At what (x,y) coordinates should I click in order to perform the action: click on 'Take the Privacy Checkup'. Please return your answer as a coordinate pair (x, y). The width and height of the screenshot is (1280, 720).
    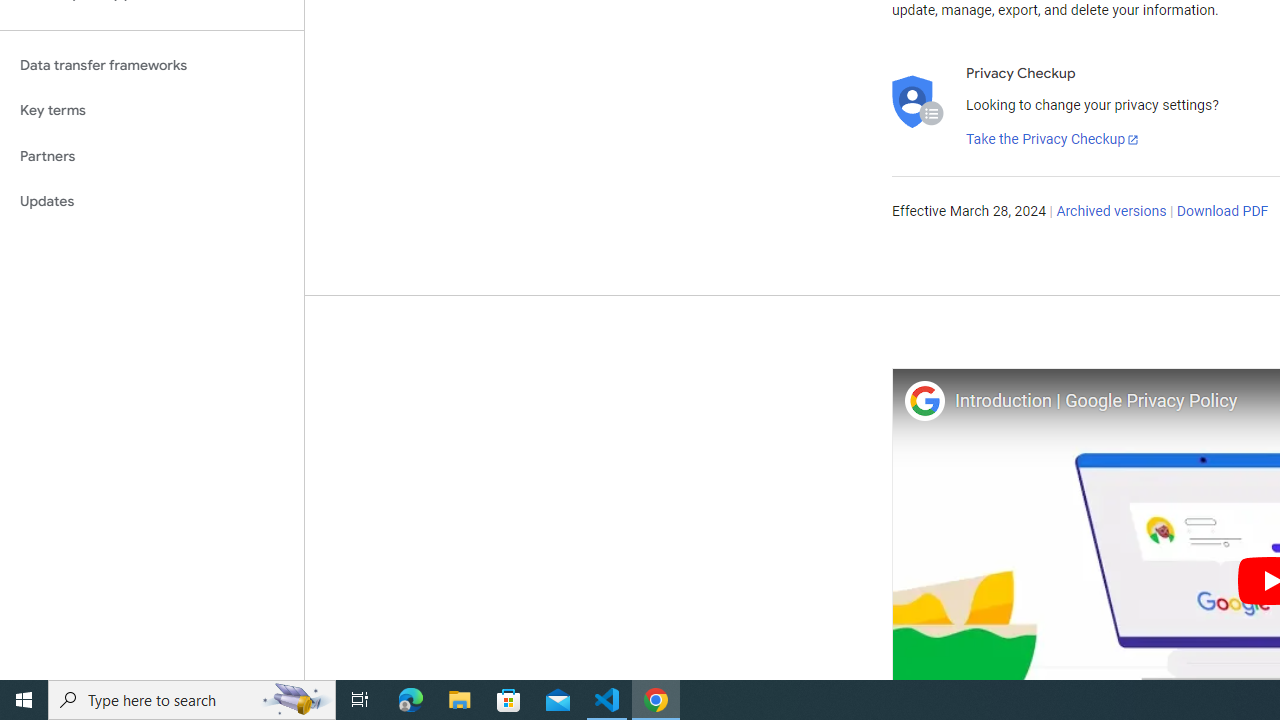
    Looking at the image, I should click on (1052, 139).